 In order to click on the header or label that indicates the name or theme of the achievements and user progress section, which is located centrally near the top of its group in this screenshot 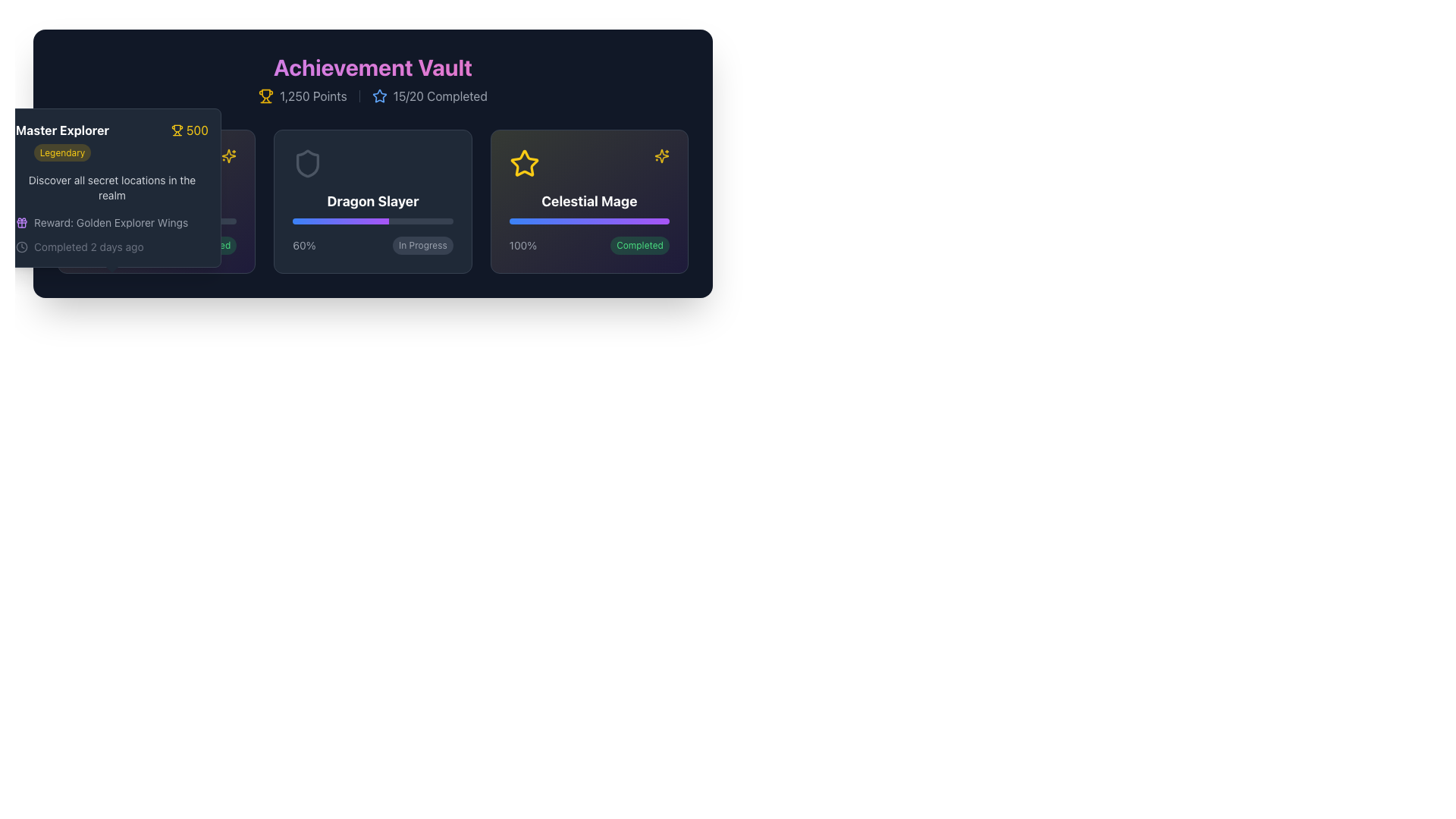, I will do `click(372, 66)`.